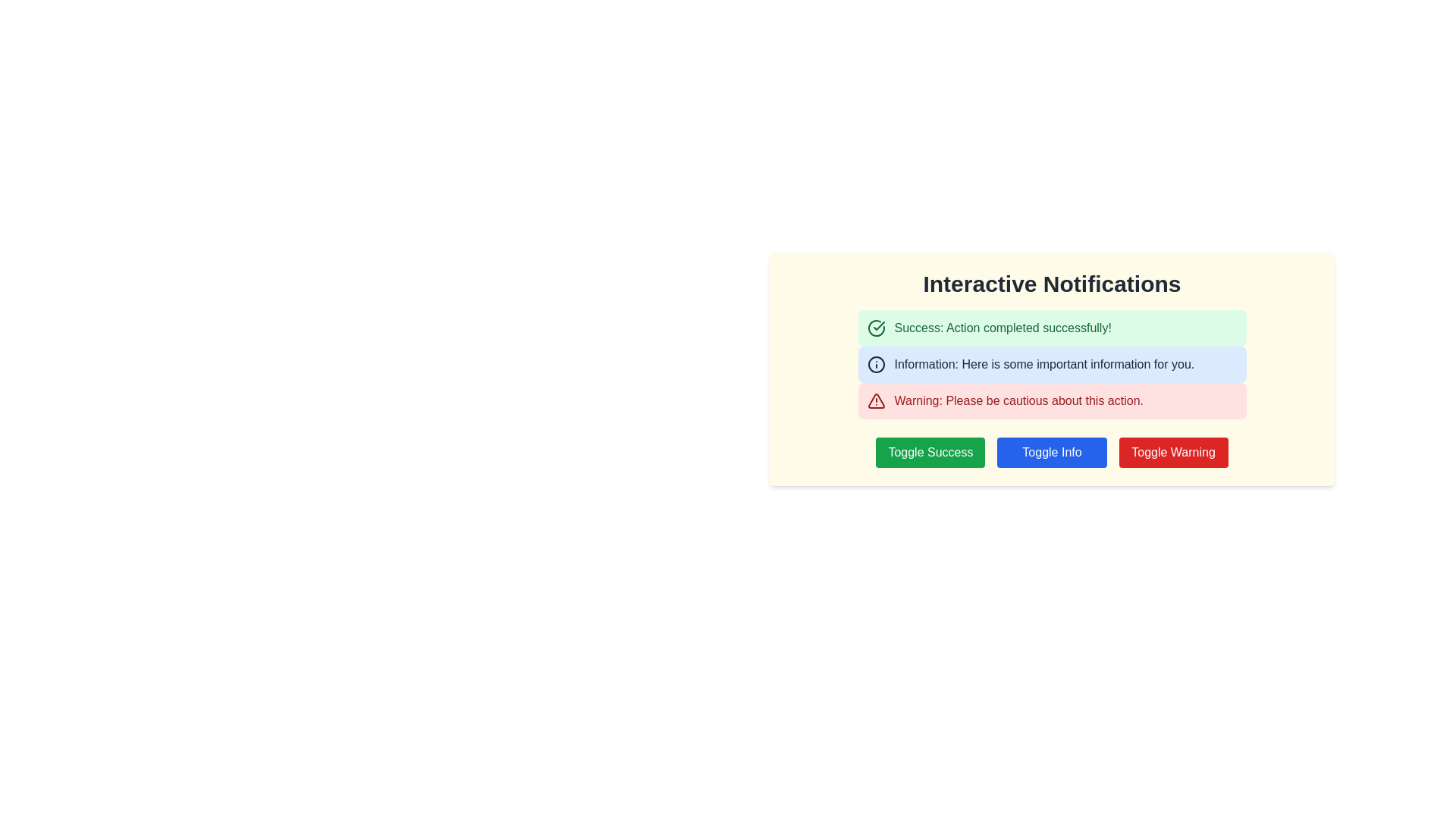 This screenshot has width=1456, height=819. What do you see at coordinates (930, 452) in the screenshot?
I see `the 'Toggle Success' button, which is a green button with rounded corners displaying white text, located at the bottom-left of a three-button group` at bounding box center [930, 452].